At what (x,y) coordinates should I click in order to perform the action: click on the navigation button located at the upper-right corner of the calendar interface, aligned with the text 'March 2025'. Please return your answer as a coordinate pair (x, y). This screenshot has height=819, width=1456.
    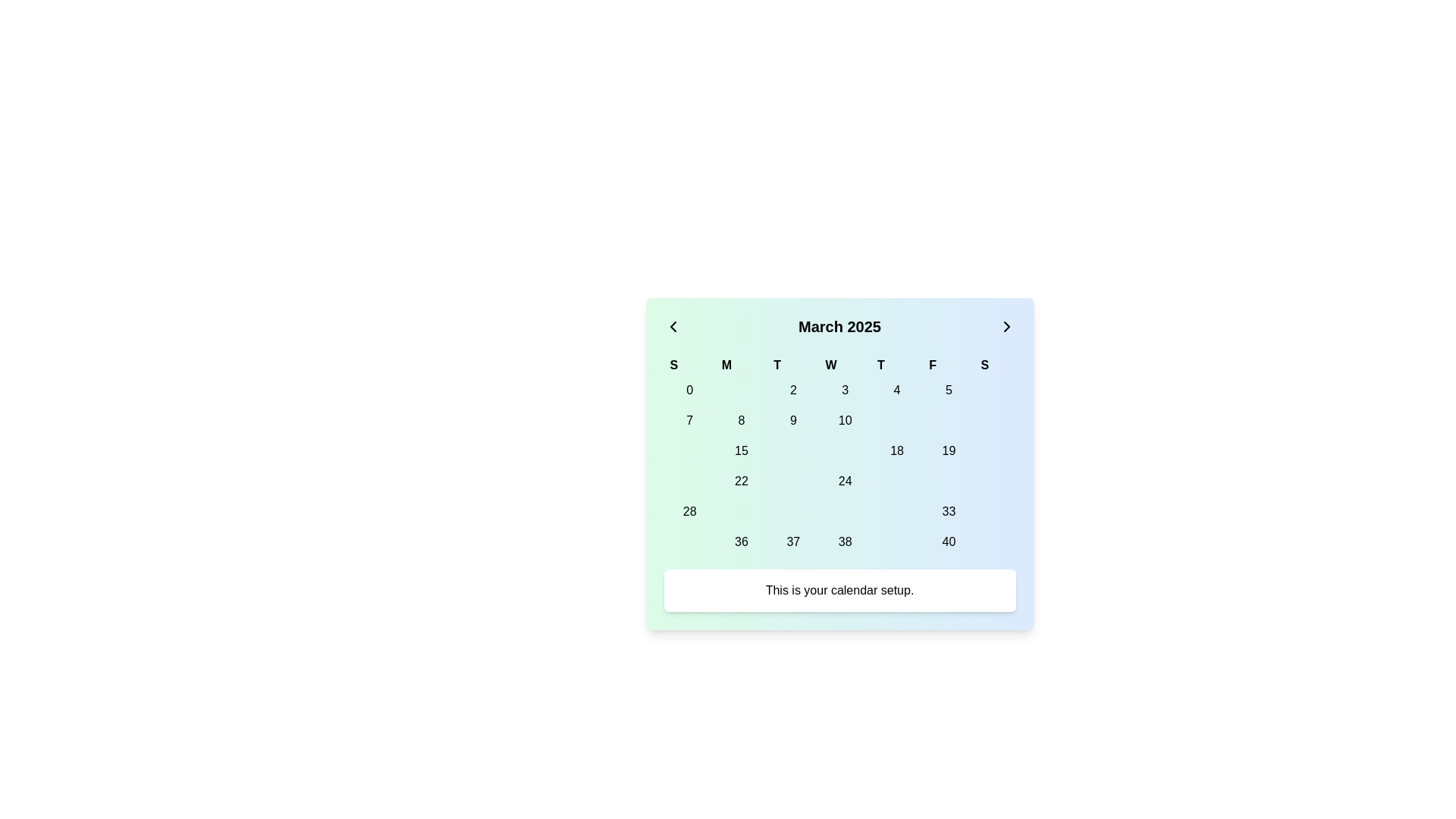
    Looking at the image, I should click on (1006, 326).